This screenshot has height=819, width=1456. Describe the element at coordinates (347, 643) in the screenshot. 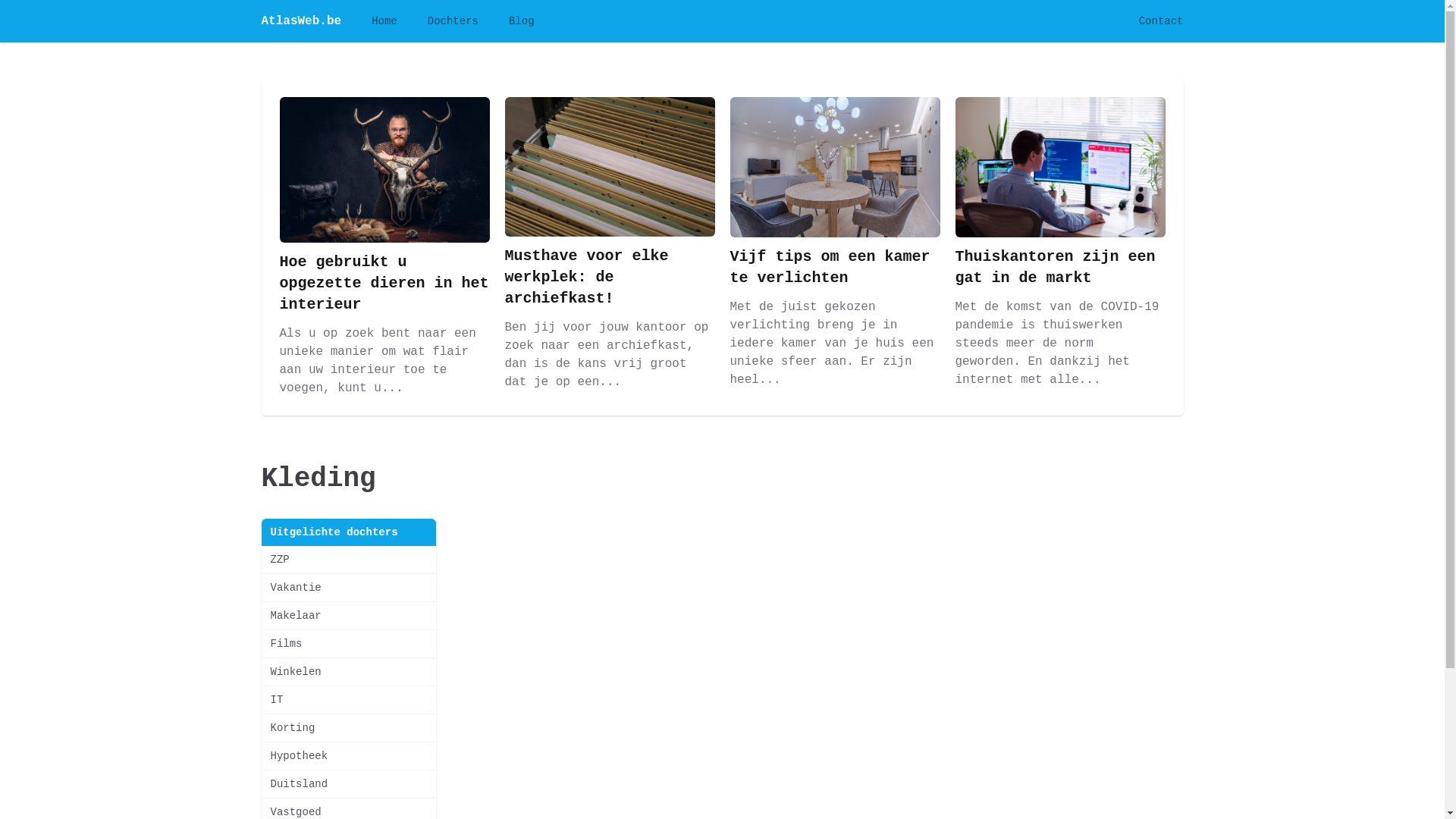

I see `'Films'` at that location.